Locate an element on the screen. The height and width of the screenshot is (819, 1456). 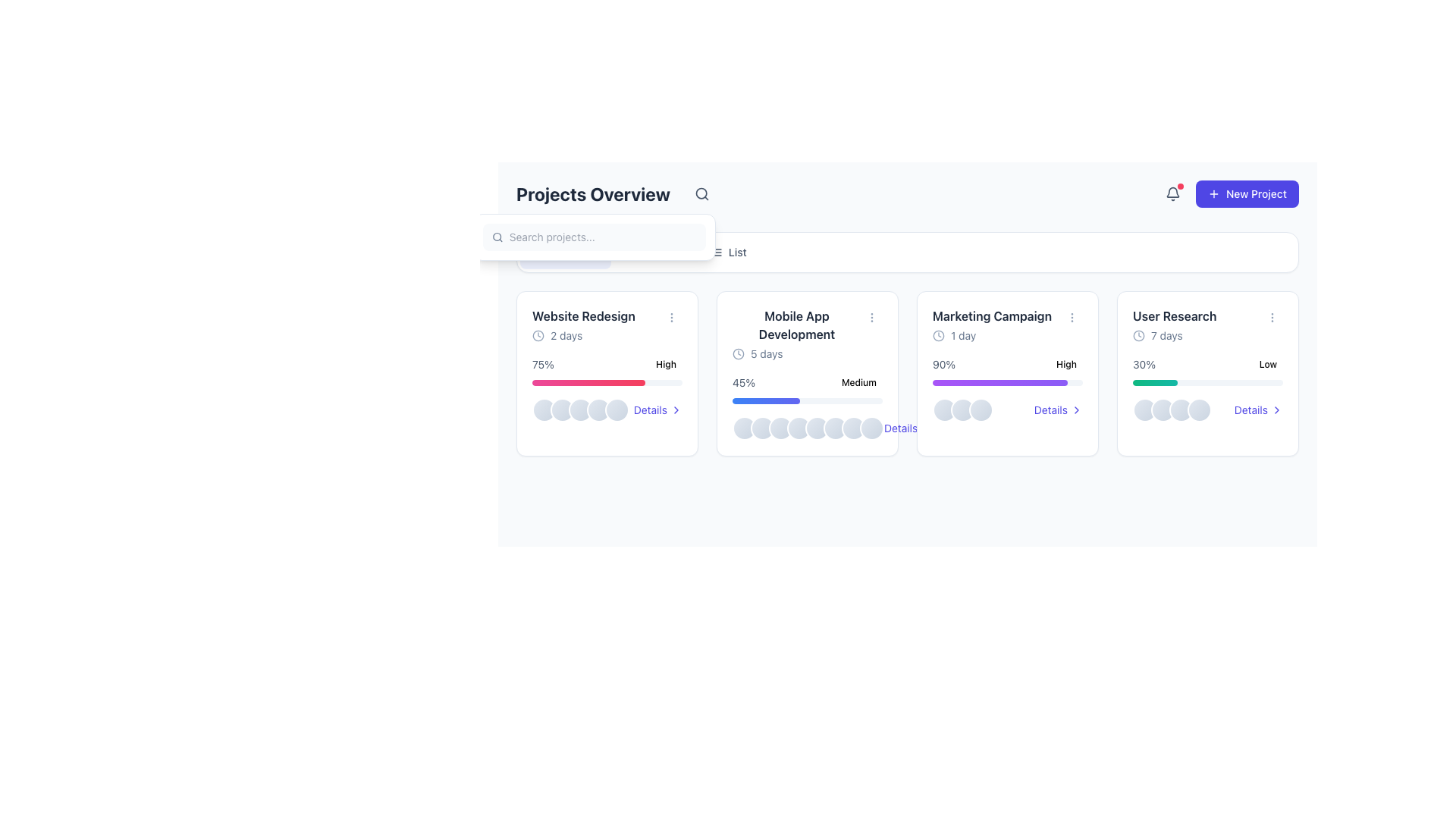
the circular element of the search icon, which represents the lens of the magnifying glass is located at coordinates (497, 237).